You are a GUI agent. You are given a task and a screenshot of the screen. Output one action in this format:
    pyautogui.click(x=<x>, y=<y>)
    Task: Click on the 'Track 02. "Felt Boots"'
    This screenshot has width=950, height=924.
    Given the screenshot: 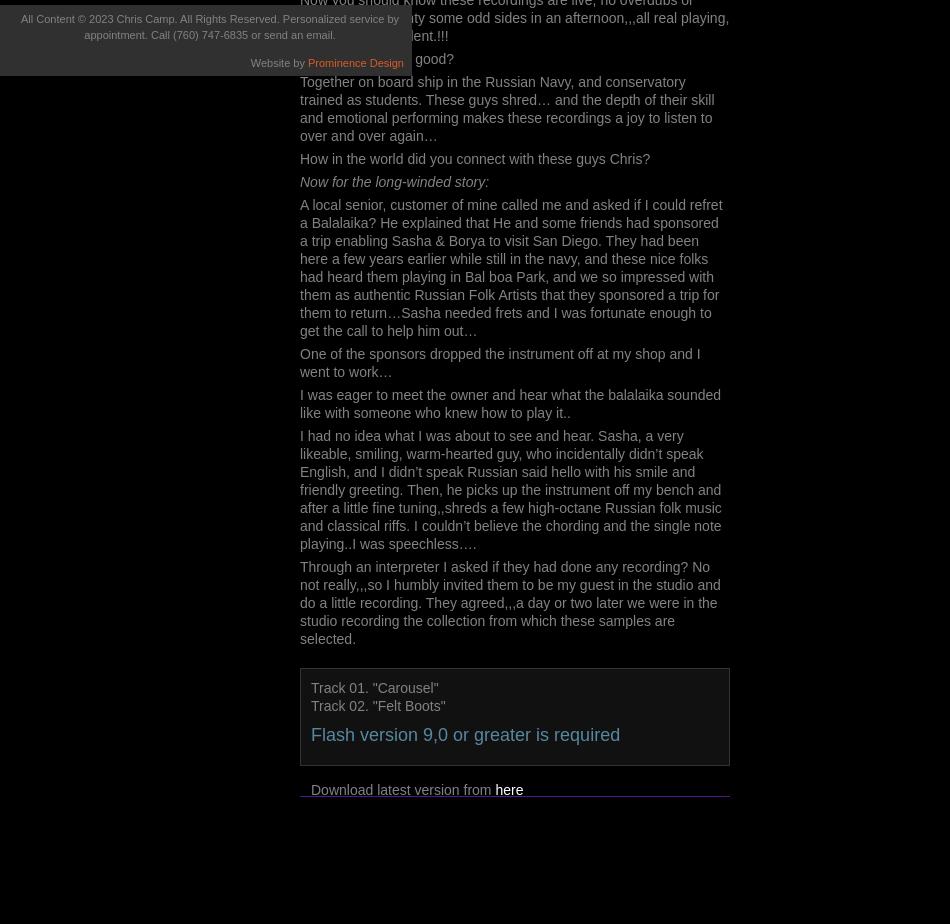 What is the action you would take?
    pyautogui.click(x=377, y=706)
    